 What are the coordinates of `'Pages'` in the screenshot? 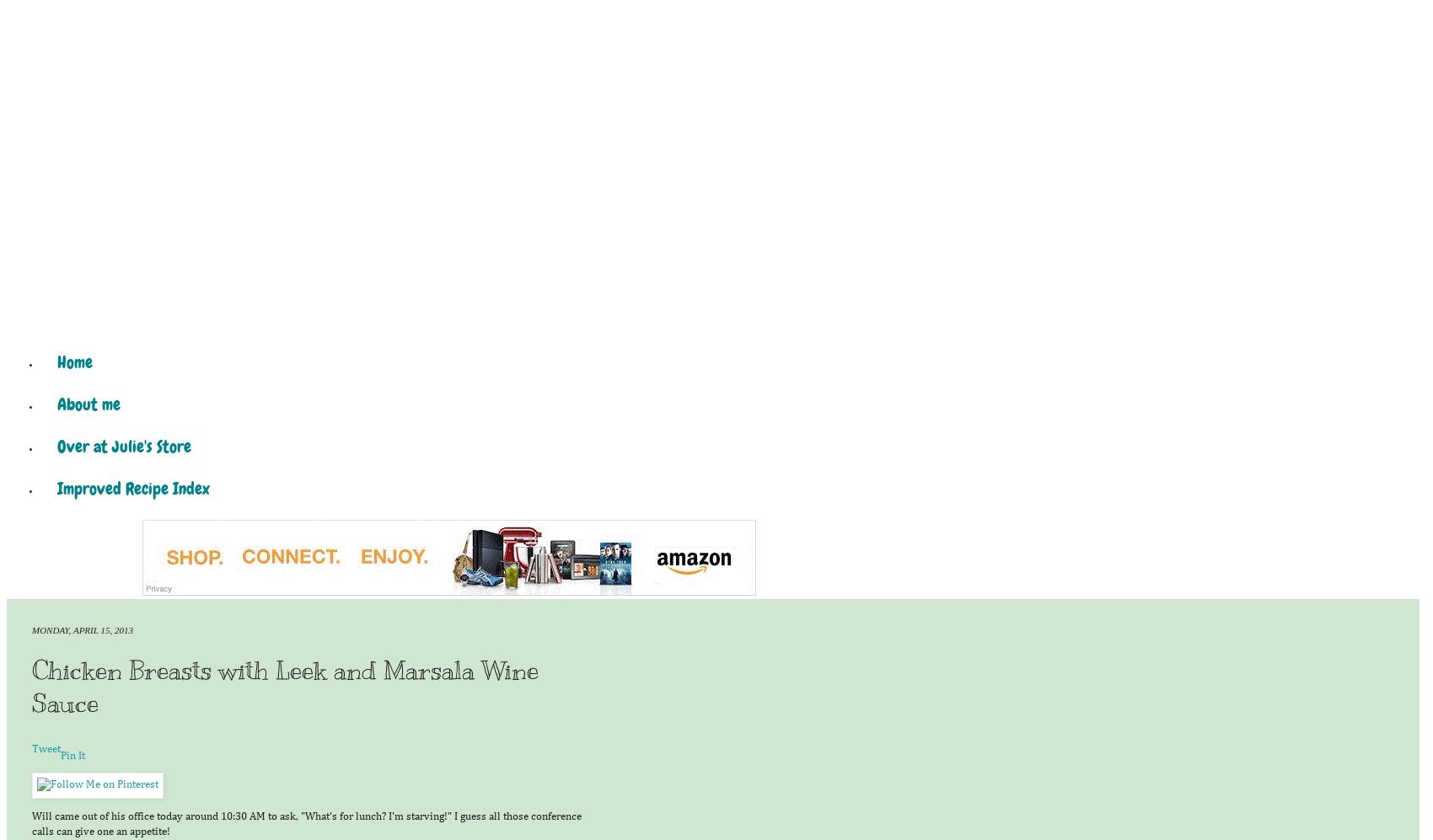 It's located at (19, 327).